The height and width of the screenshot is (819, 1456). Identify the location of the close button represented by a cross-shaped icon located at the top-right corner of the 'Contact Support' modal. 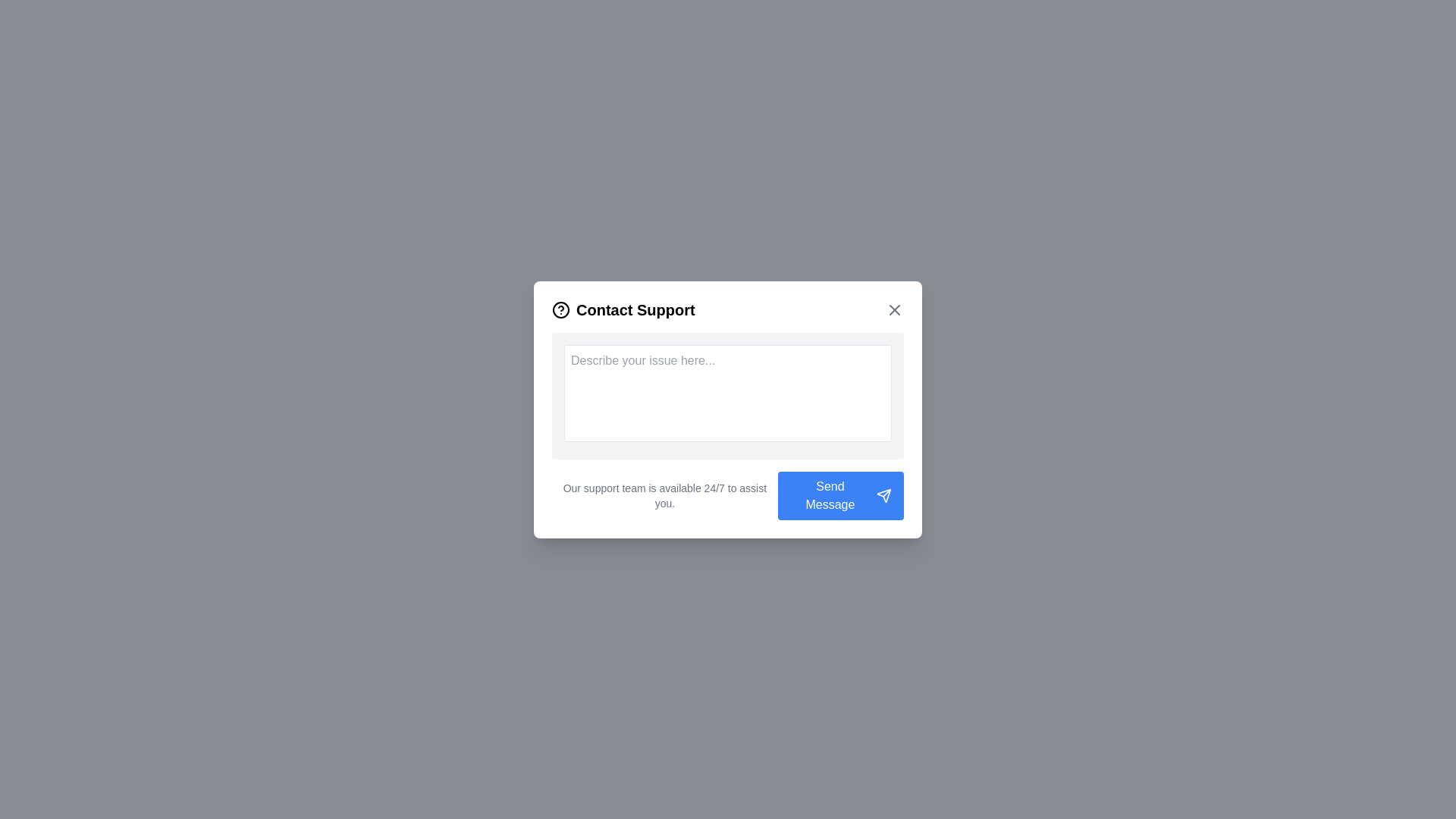
(895, 309).